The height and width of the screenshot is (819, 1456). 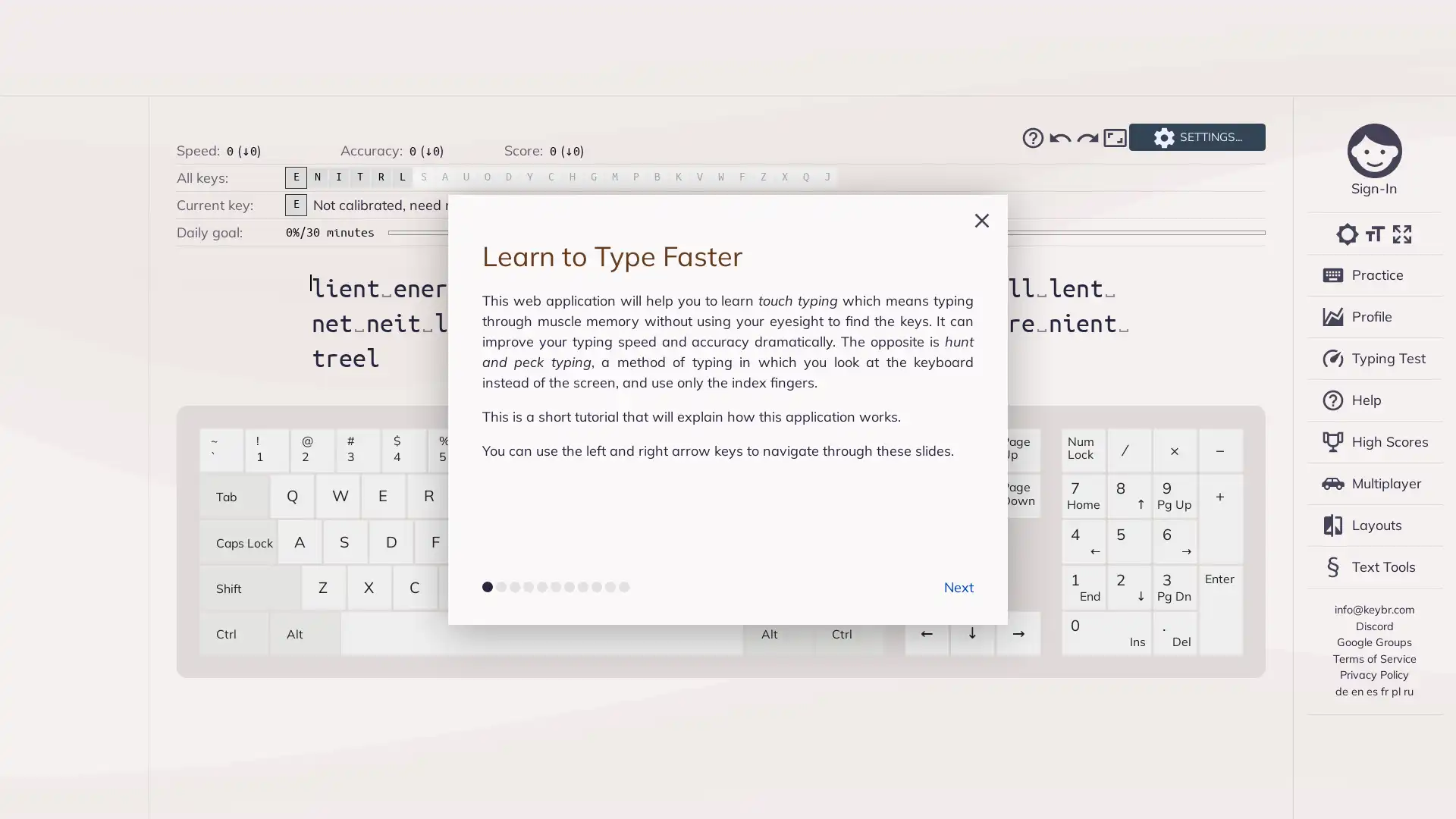 What do you see at coordinates (1347, 234) in the screenshot?
I see `Switch to theme Dark Colors.` at bounding box center [1347, 234].